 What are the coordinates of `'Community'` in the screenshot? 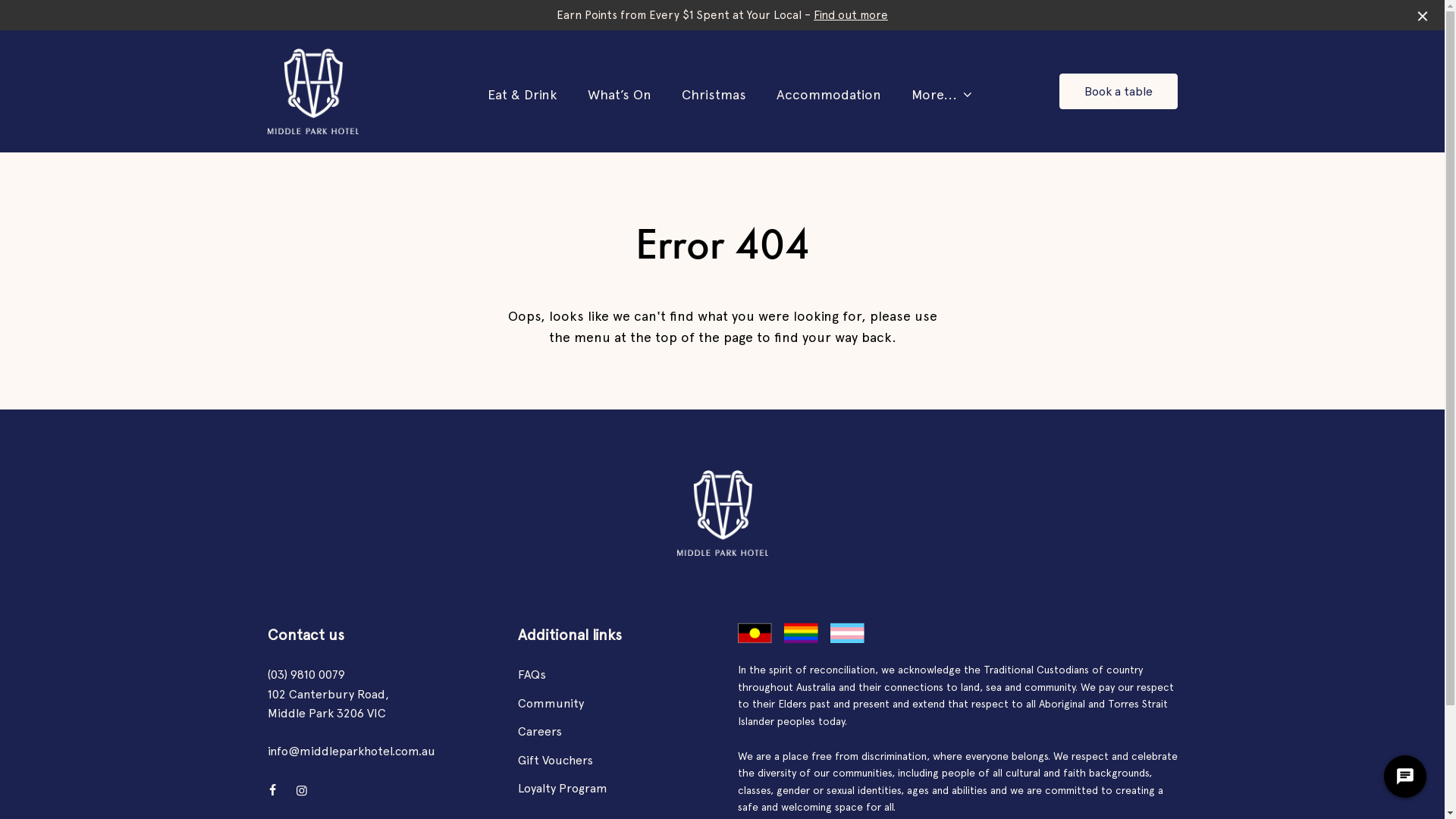 It's located at (549, 703).